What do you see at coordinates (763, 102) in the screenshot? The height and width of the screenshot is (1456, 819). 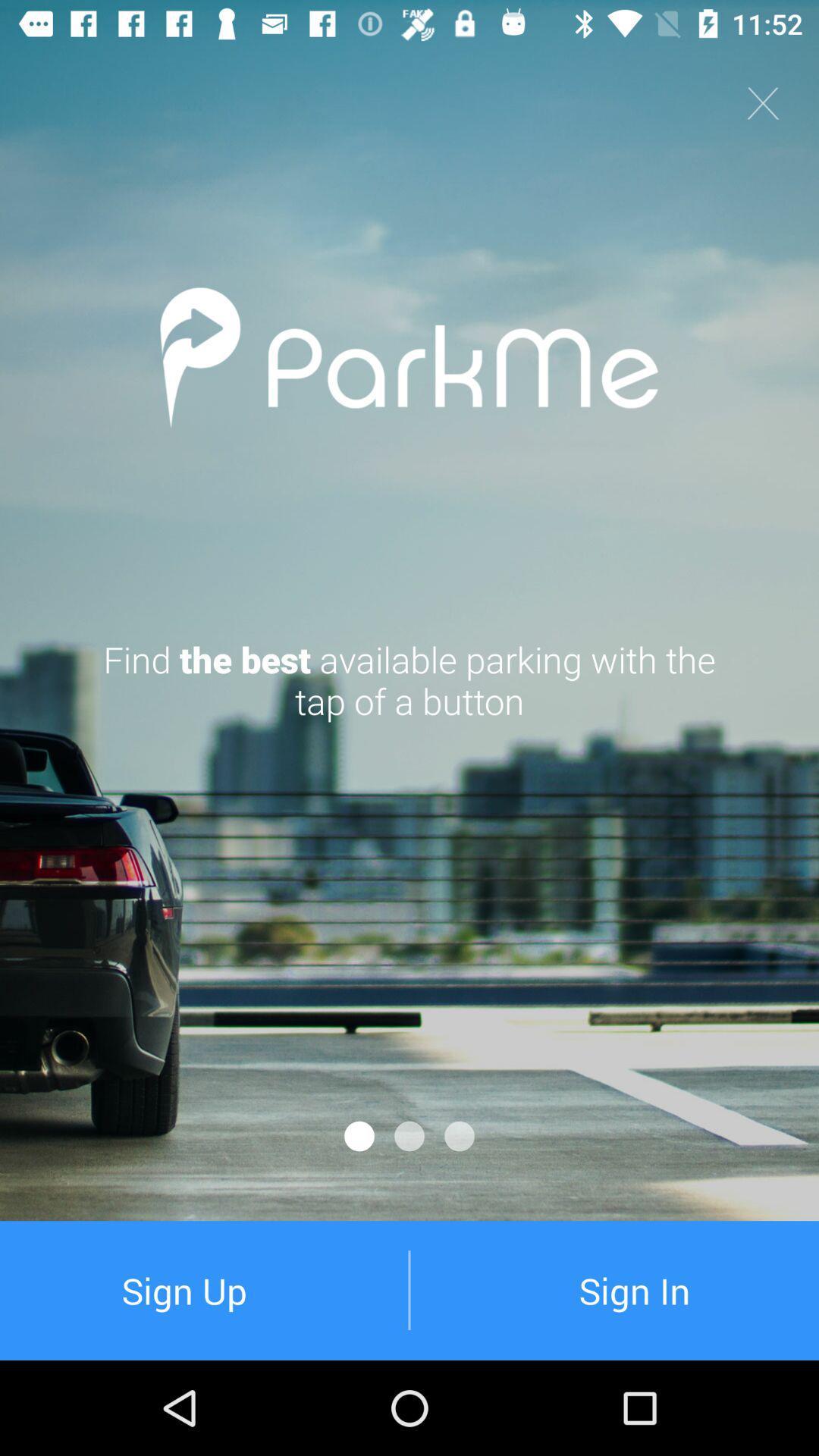 I see `the screen` at bounding box center [763, 102].